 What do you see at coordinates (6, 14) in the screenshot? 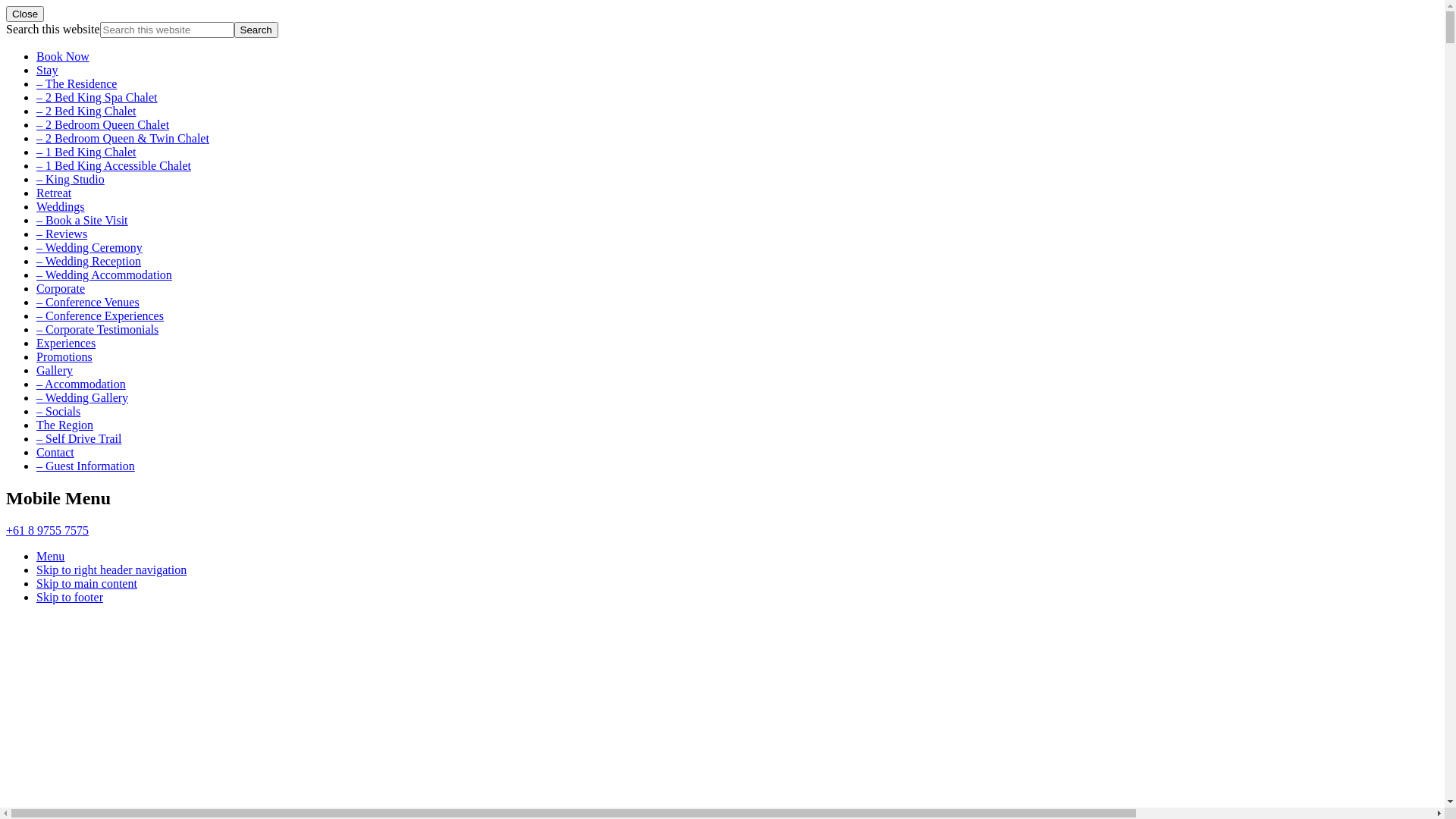
I see `'Close'` at bounding box center [6, 14].